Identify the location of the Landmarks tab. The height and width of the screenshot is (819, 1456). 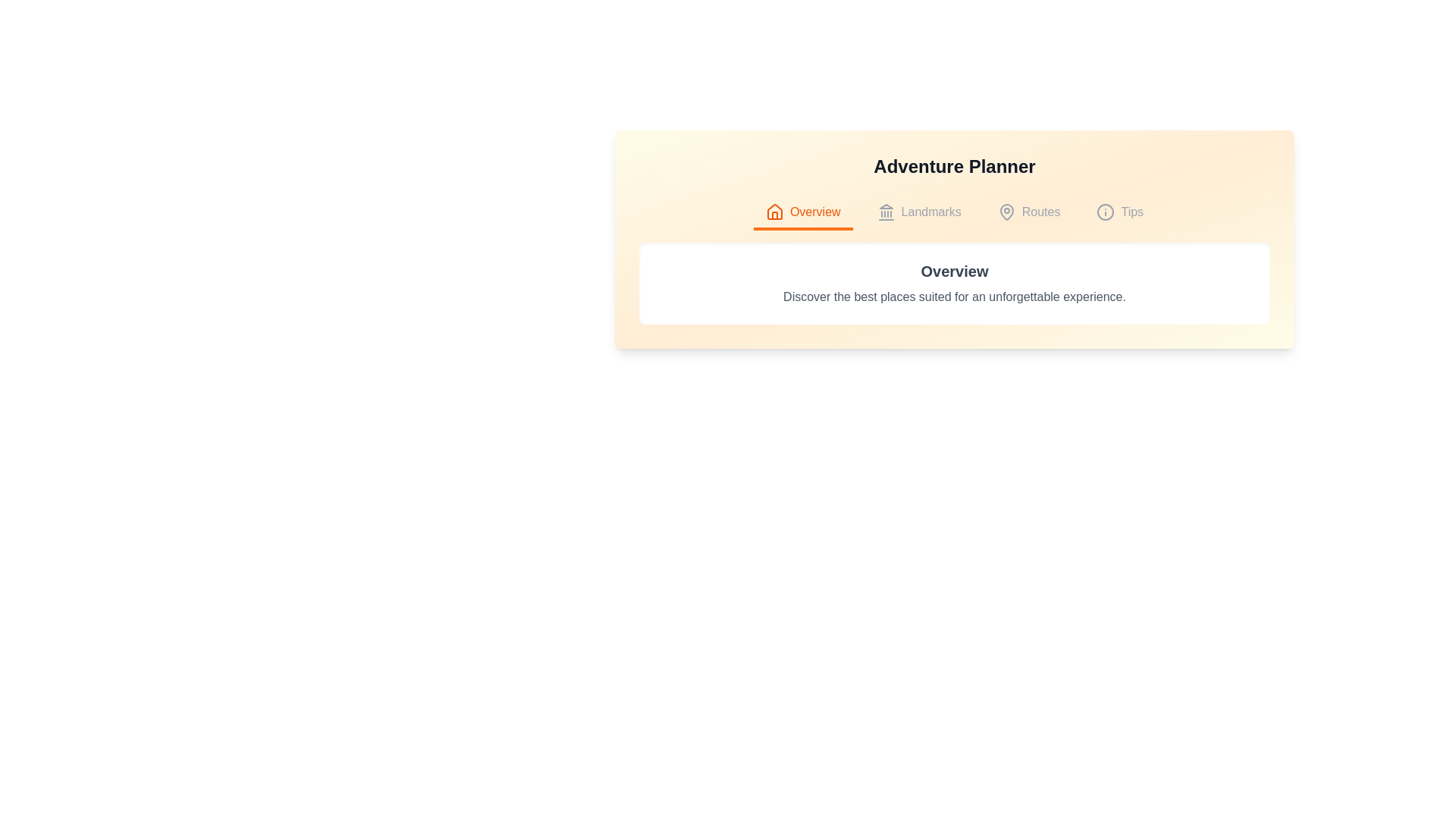
(918, 213).